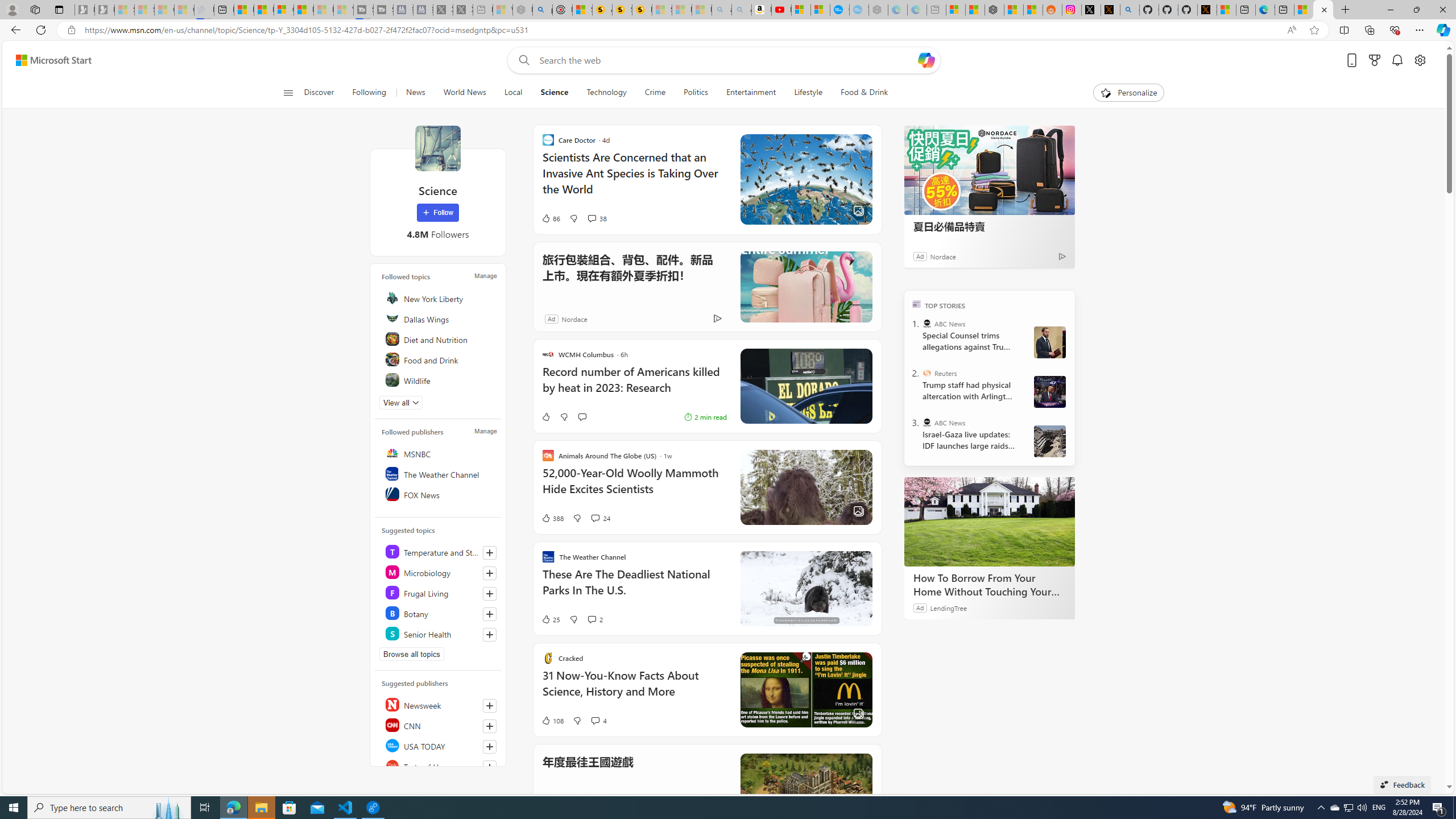 This screenshot has height=819, width=1456. What do you see at coordinates (927, 372) in the screenshot?
I see `'Reuters'` at bounding box center [927, 372].